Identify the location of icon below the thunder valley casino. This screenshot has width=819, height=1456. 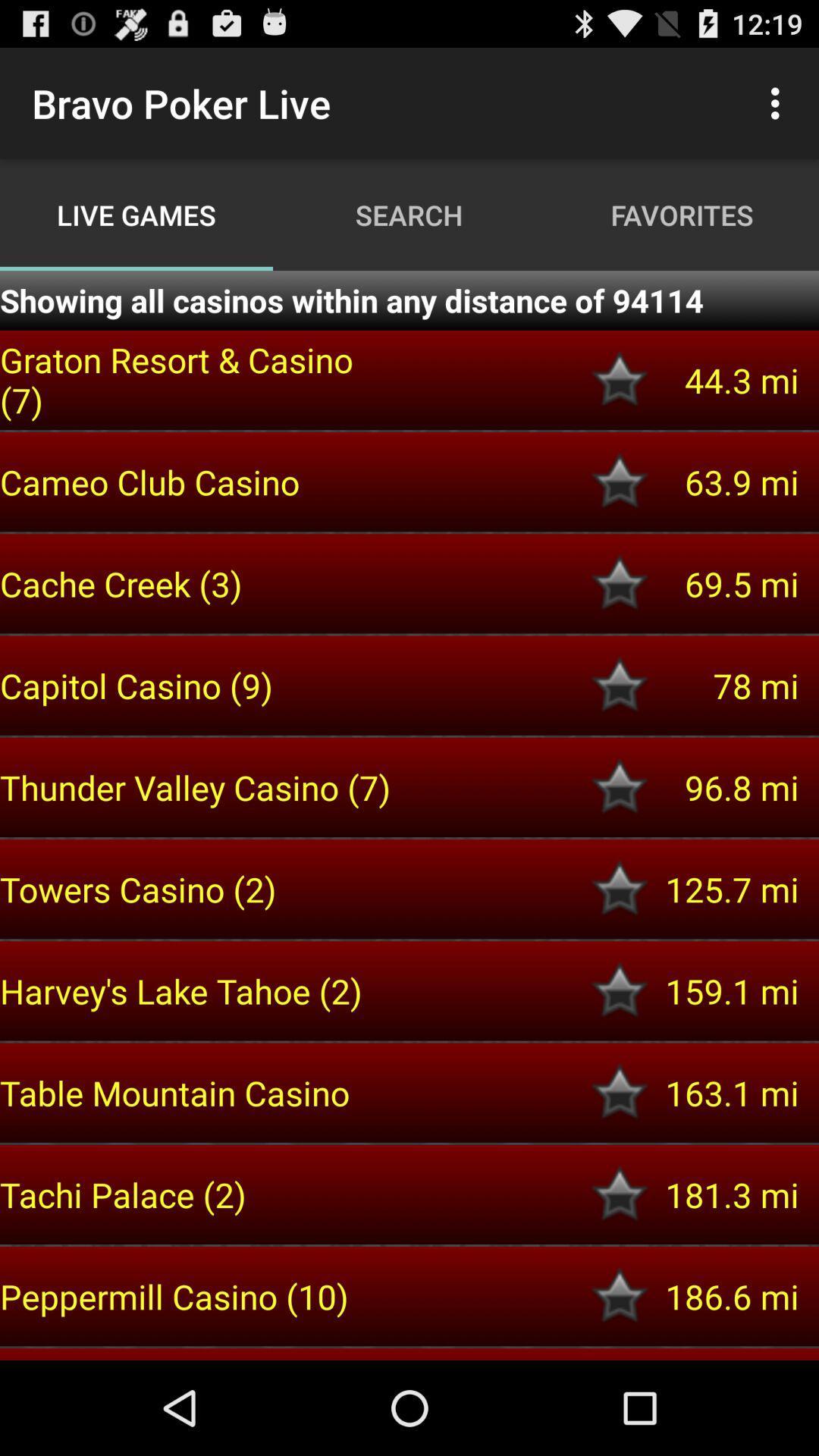
(198, 889).